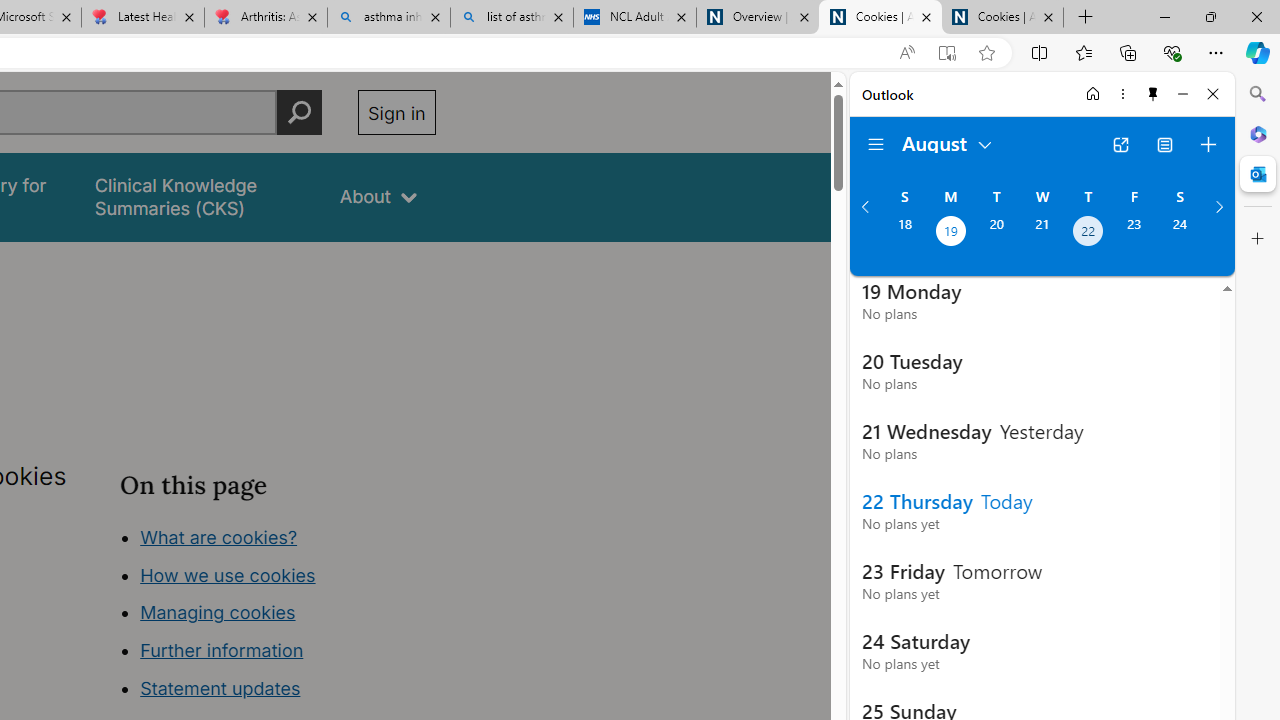 The height and width of the screenshot is (720, 1280). Describe the element at coordinates (947, 141) in the screenshot. I see `'August'` at that location.